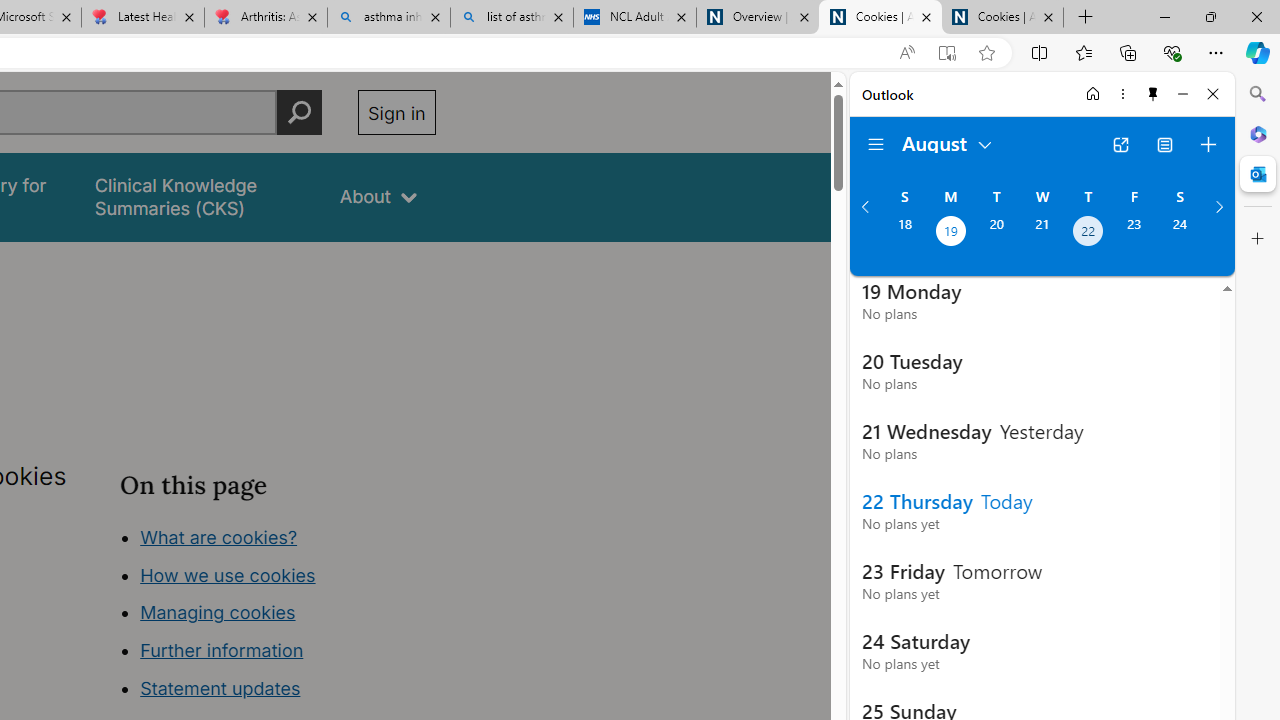 The height and width of the screenshot is (720, 1280). Describe the element at coordinates (947, 141) in the screenshot. I see `'August'` at that location.